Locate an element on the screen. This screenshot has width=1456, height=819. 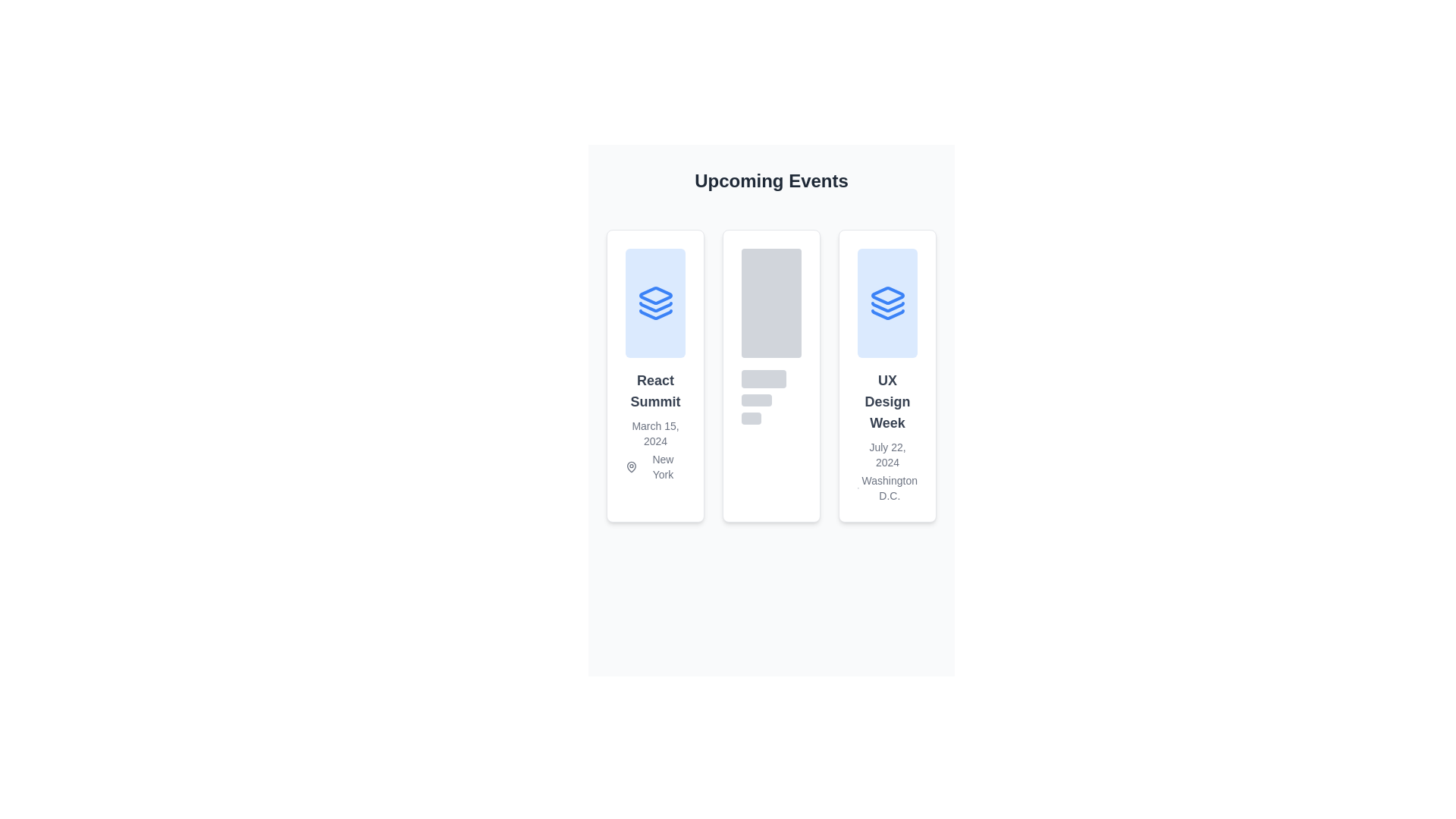
the blue icon with stacked layers, outlined with blue strokes, located at the top of the second card under the 'Upcoming Events' heading is located at coordinates (887, 303).